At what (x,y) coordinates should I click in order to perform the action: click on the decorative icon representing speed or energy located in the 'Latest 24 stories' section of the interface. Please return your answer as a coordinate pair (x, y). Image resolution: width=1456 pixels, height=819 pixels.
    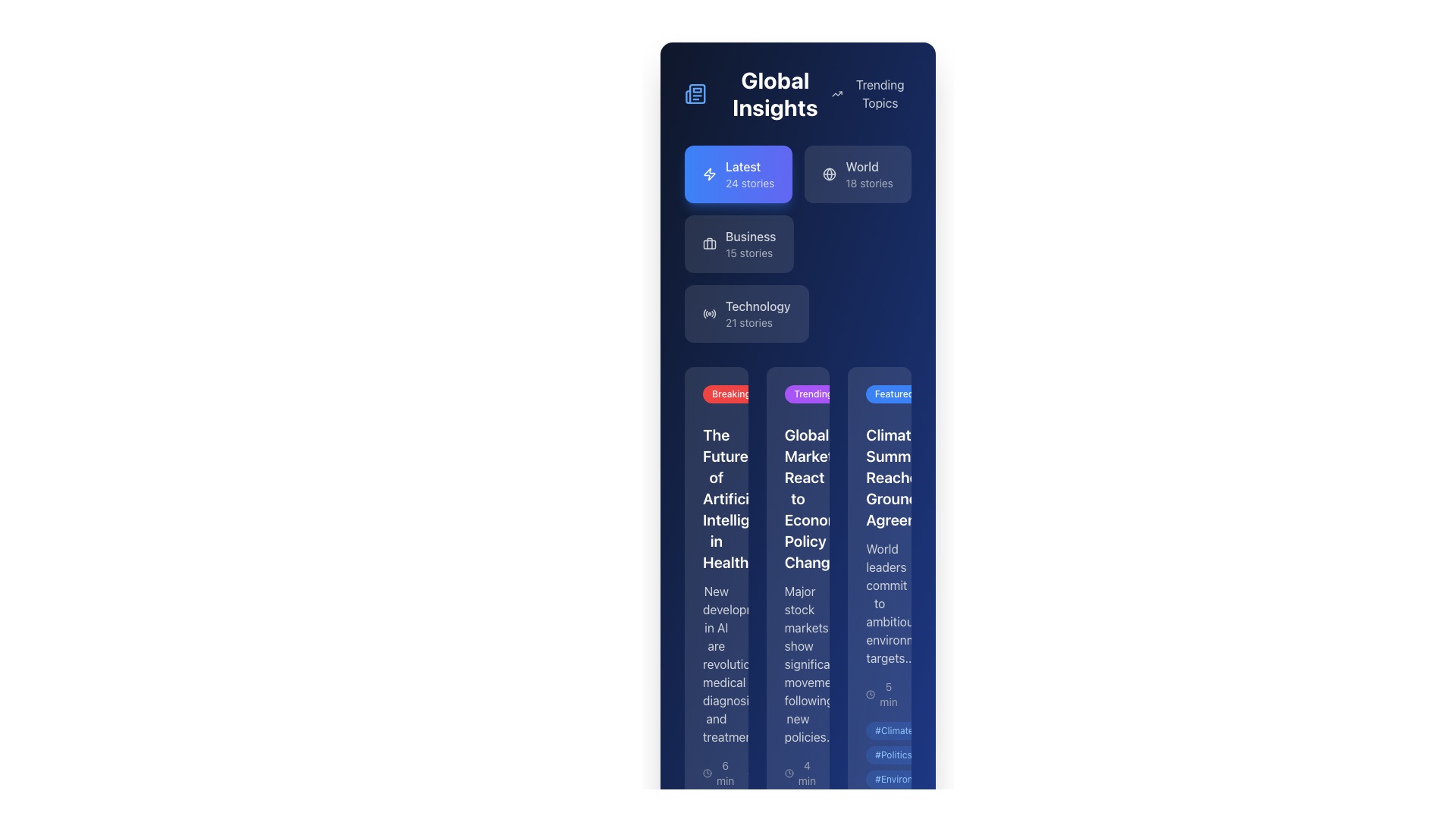
    Looking at the image, I should click on (709, 174).